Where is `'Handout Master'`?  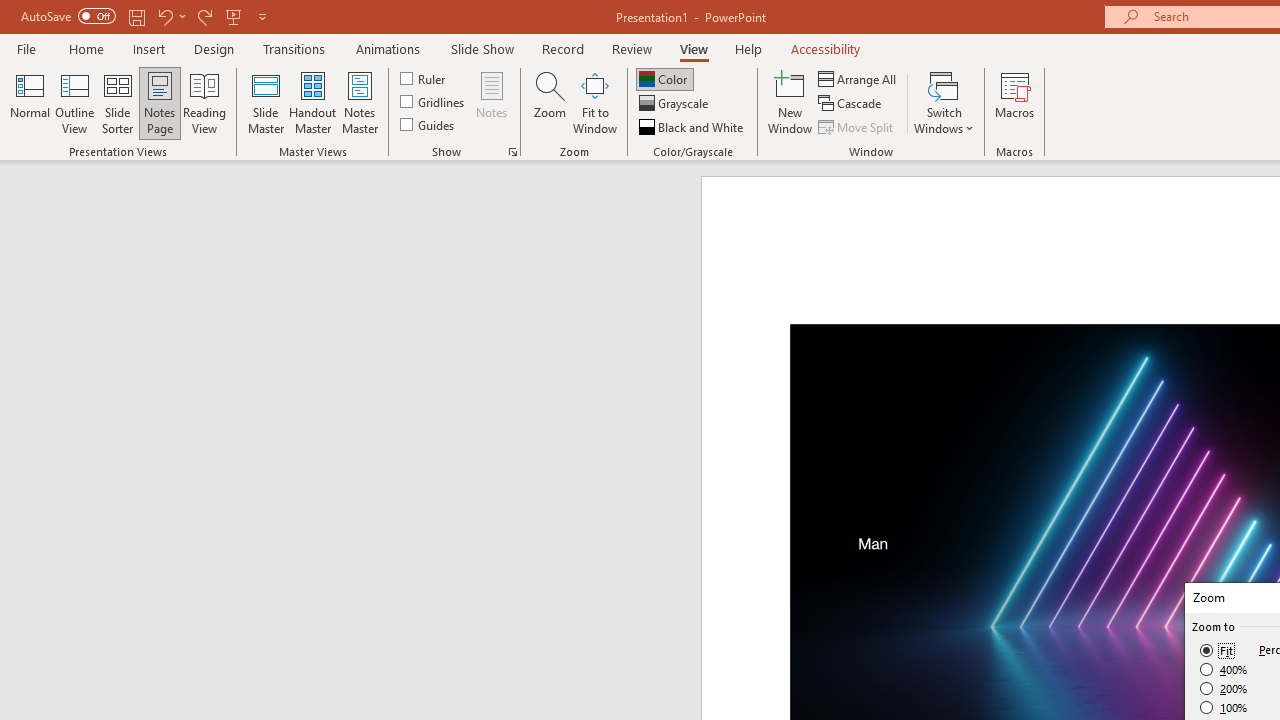
'Handout Master' is located at coordinates (311, 103).